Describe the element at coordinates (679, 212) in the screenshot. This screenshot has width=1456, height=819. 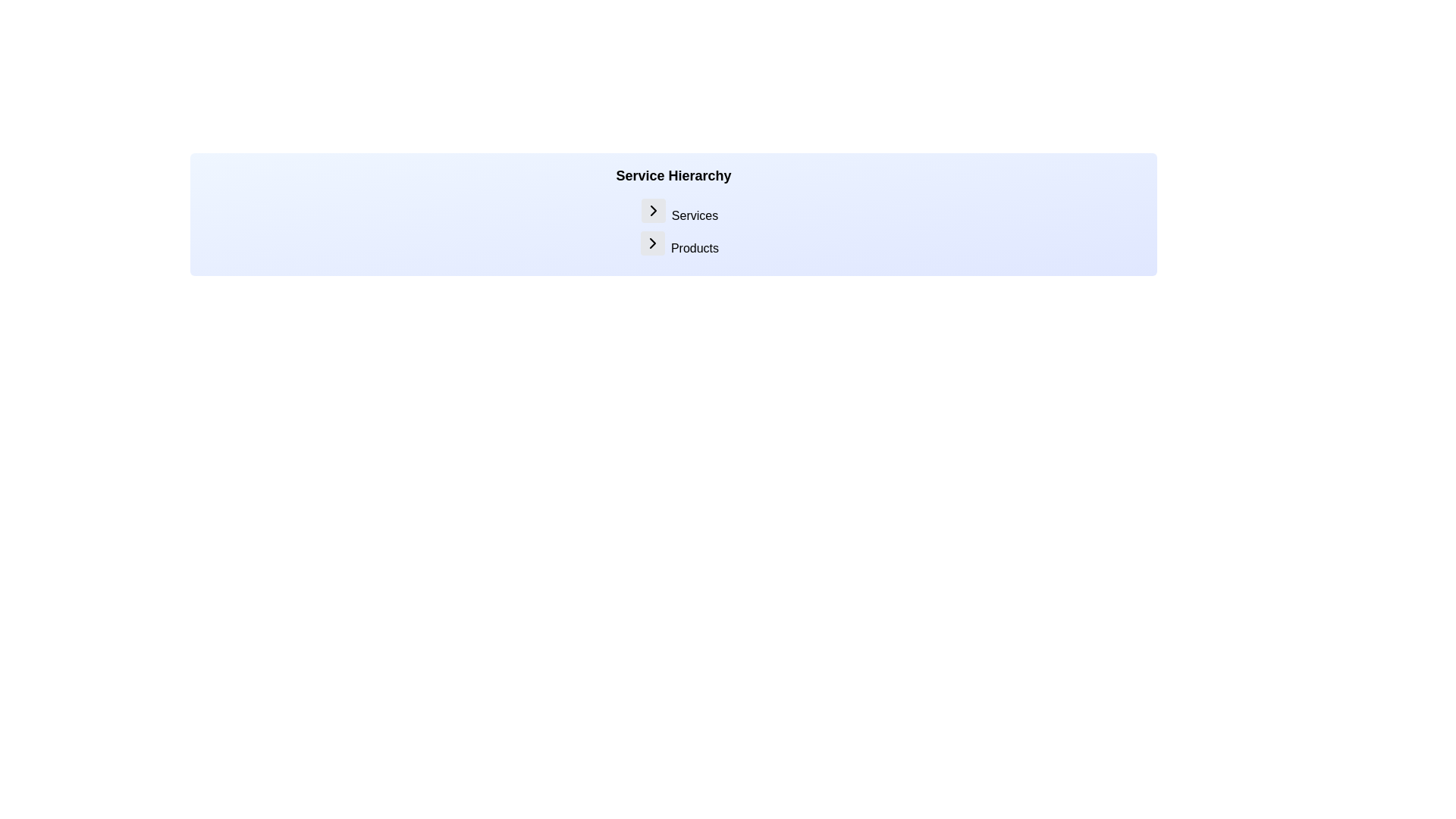
I see `the 'Services' text label, which is the first item in the vertical list under 'Service Hierarchy', positioned directly above the 'Products' label and aligned with a chevron icon` at that location.